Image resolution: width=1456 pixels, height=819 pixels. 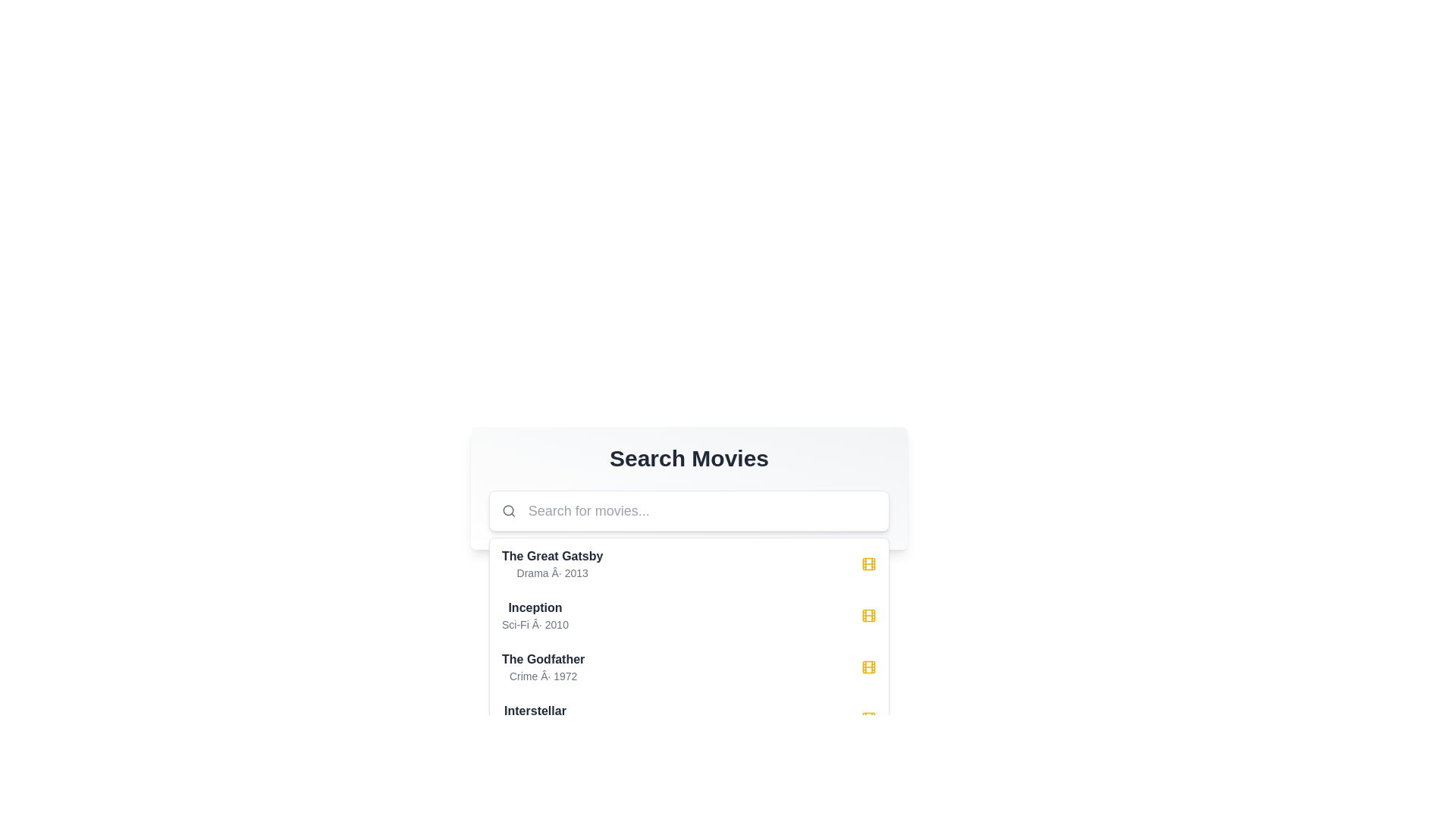 What do you see at coordinates (869, 666) in the screenshot?
I see `the yellow film reel icon located to the far-right of the row displaying 'The Godfather' and 'Crime · 1972'` at bounding box center [869, 666].